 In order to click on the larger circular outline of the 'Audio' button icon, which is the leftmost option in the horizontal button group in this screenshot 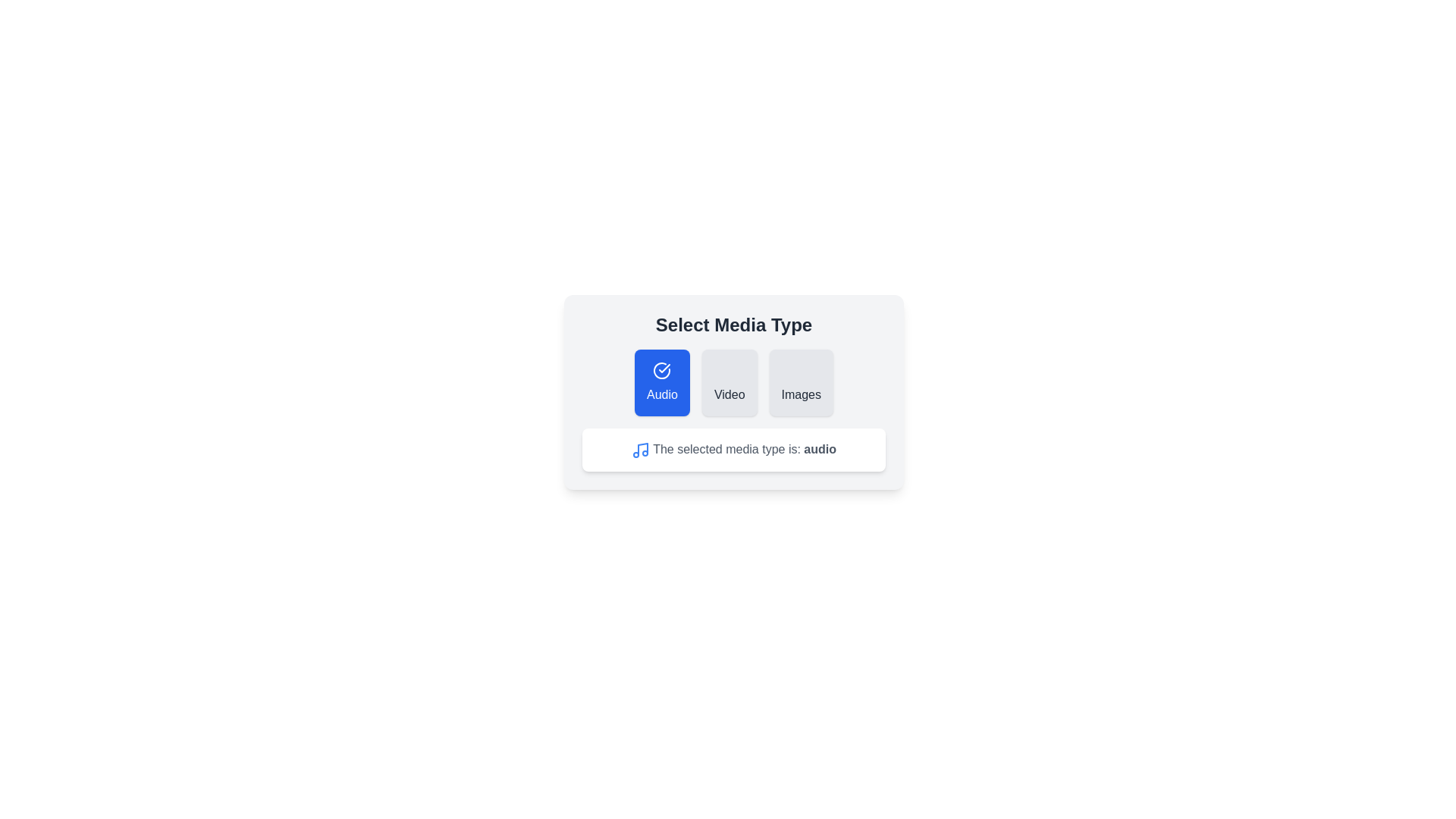, I will do `click(662, 371)`.